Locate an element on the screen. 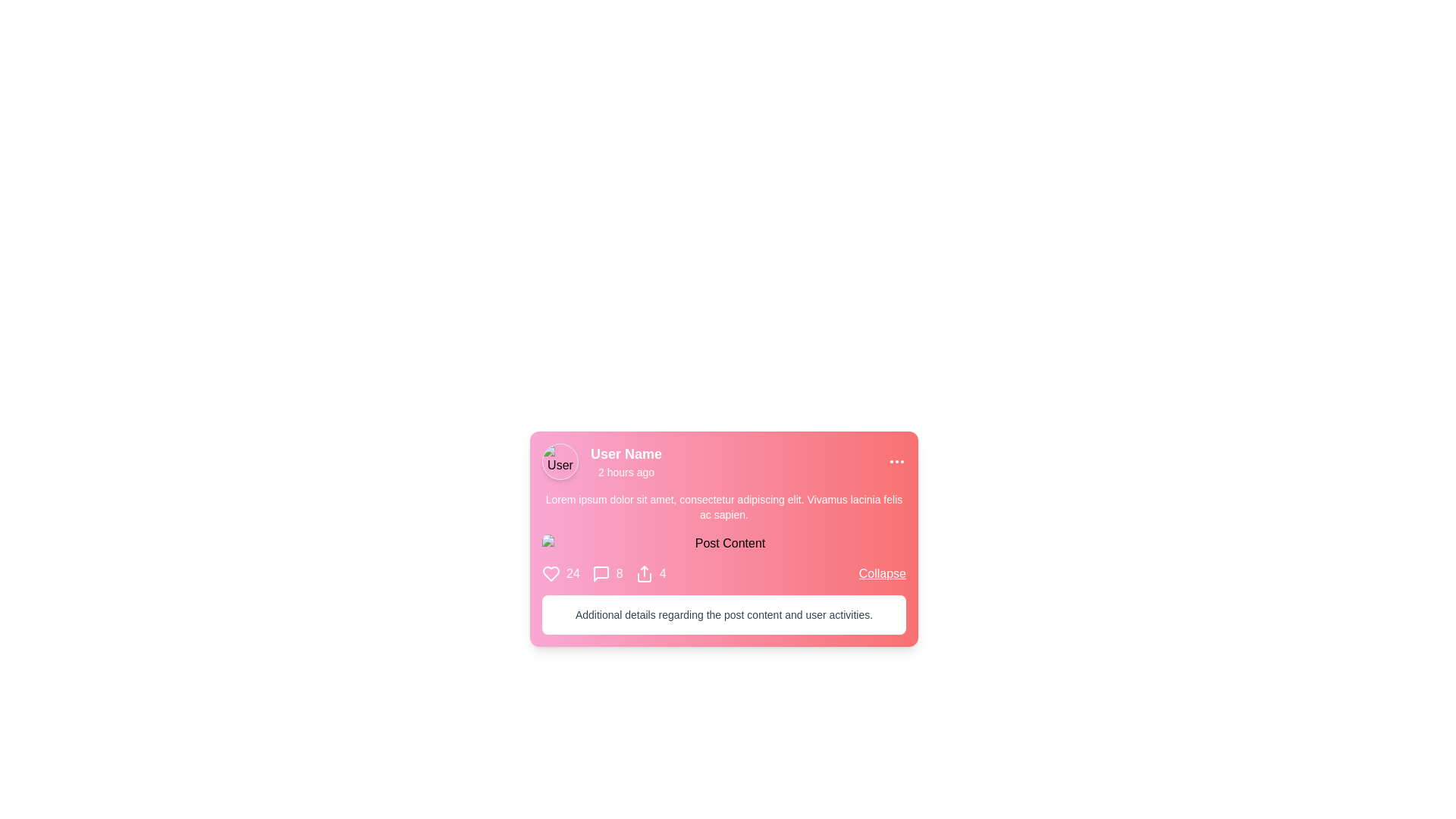 The image size is (1456, 819). the comments icon located in the bottom section of the UI card is located at coordinates (600, 573).